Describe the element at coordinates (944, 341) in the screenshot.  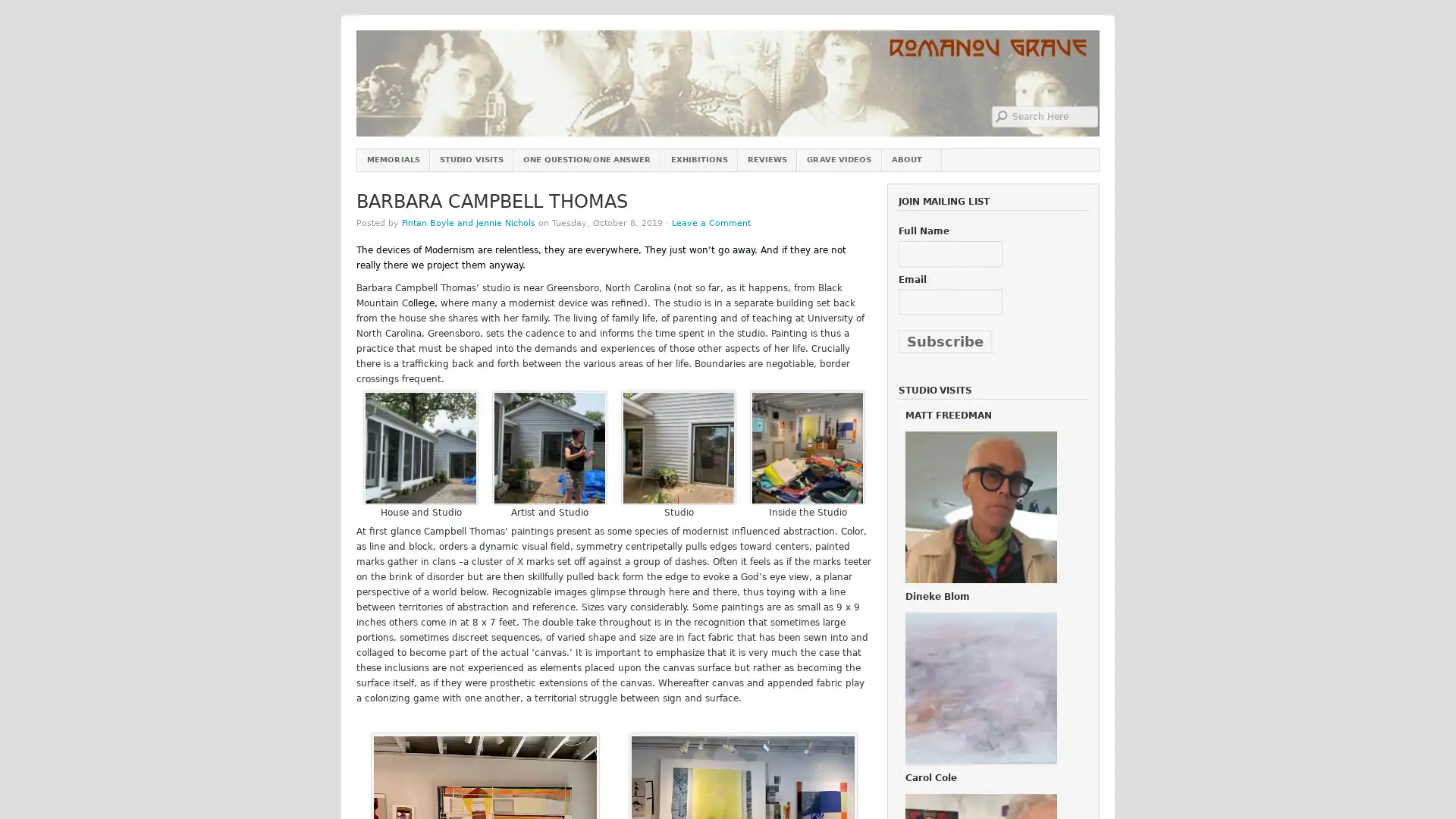
I see `Subscribe` at that location.